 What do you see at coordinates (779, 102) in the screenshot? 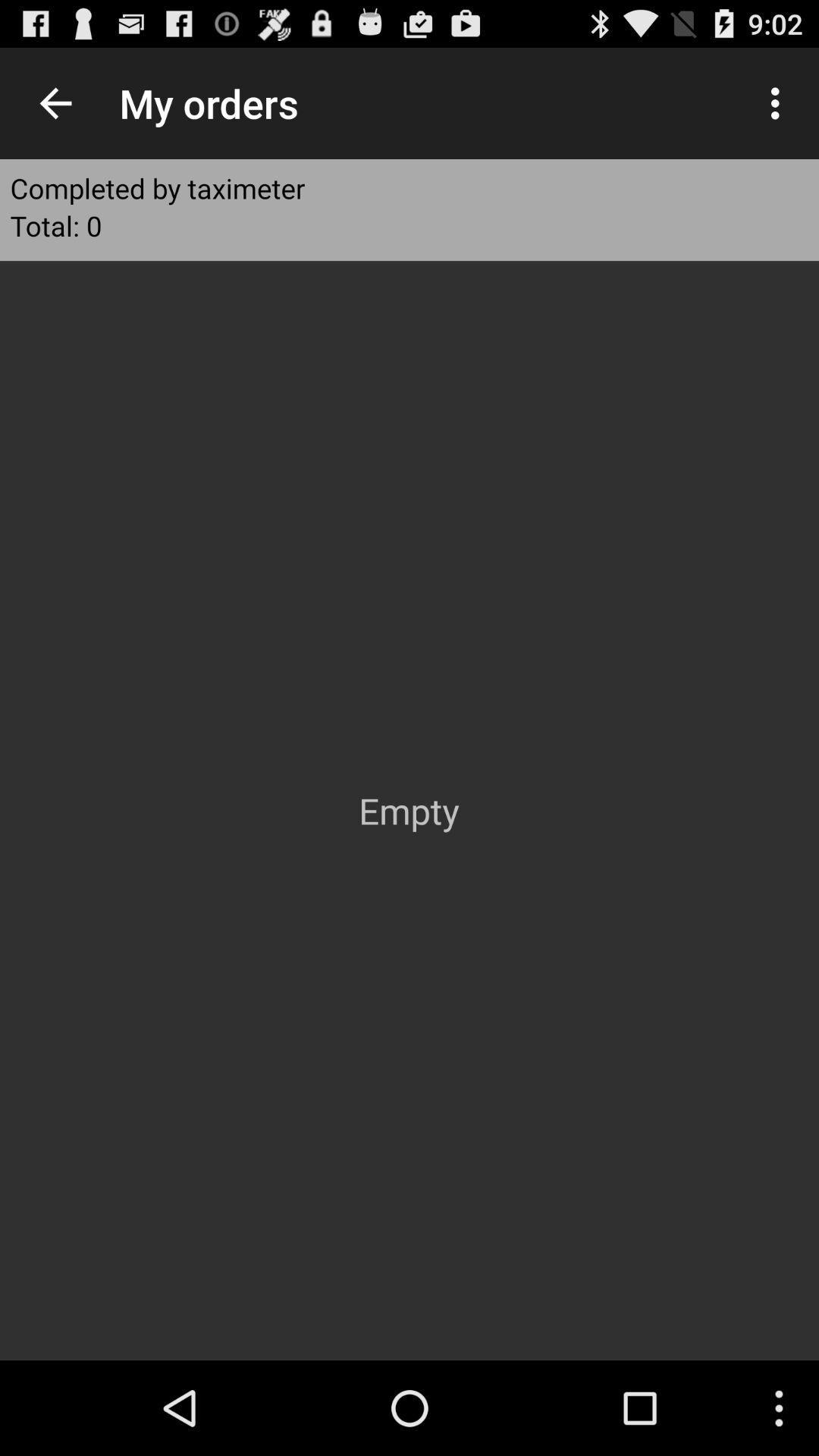
I see `the item next to the my orders item` at bounding box center [779, 102].